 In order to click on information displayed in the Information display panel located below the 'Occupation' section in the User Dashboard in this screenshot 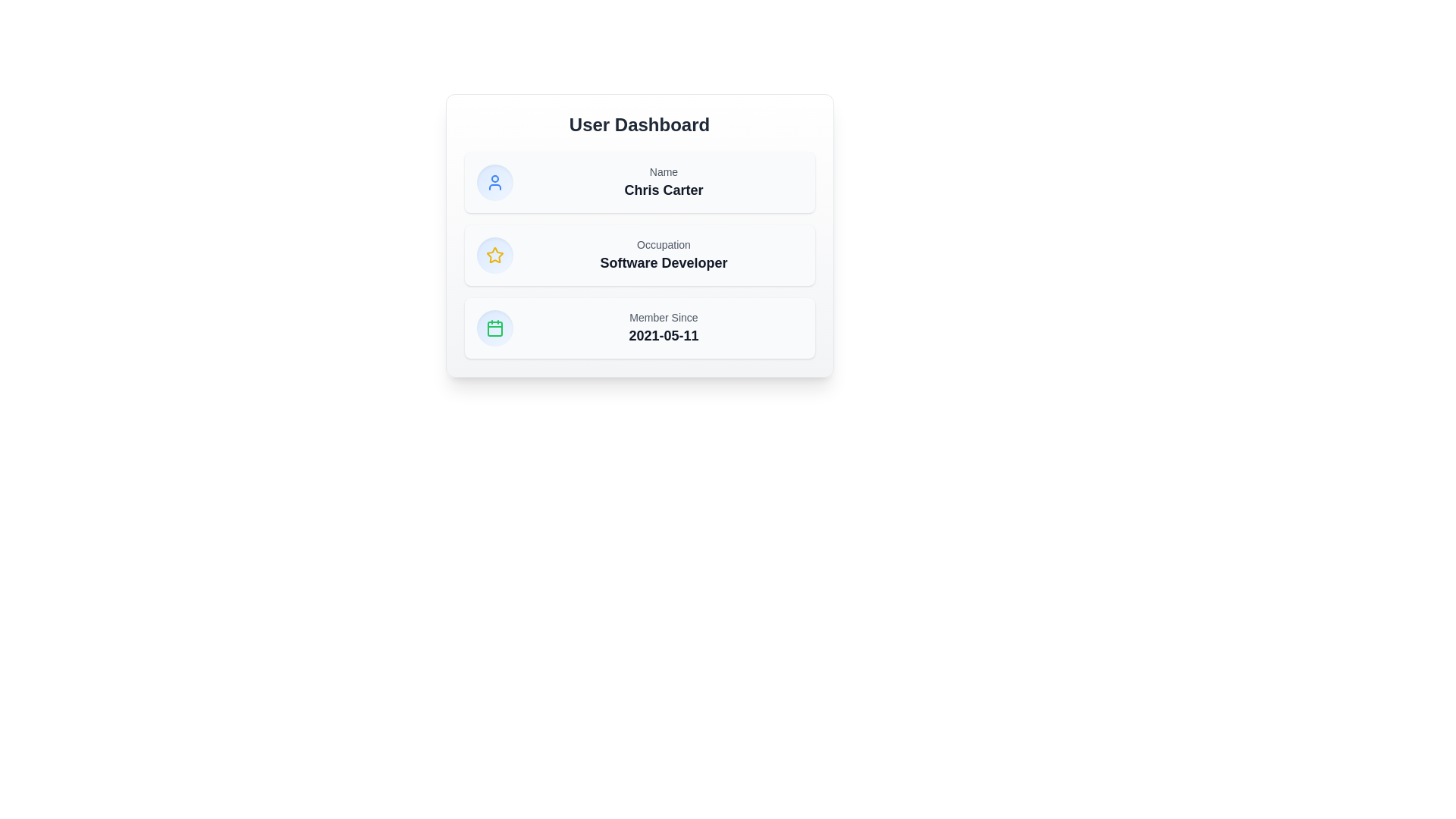, I will do `click(639, 327)`.